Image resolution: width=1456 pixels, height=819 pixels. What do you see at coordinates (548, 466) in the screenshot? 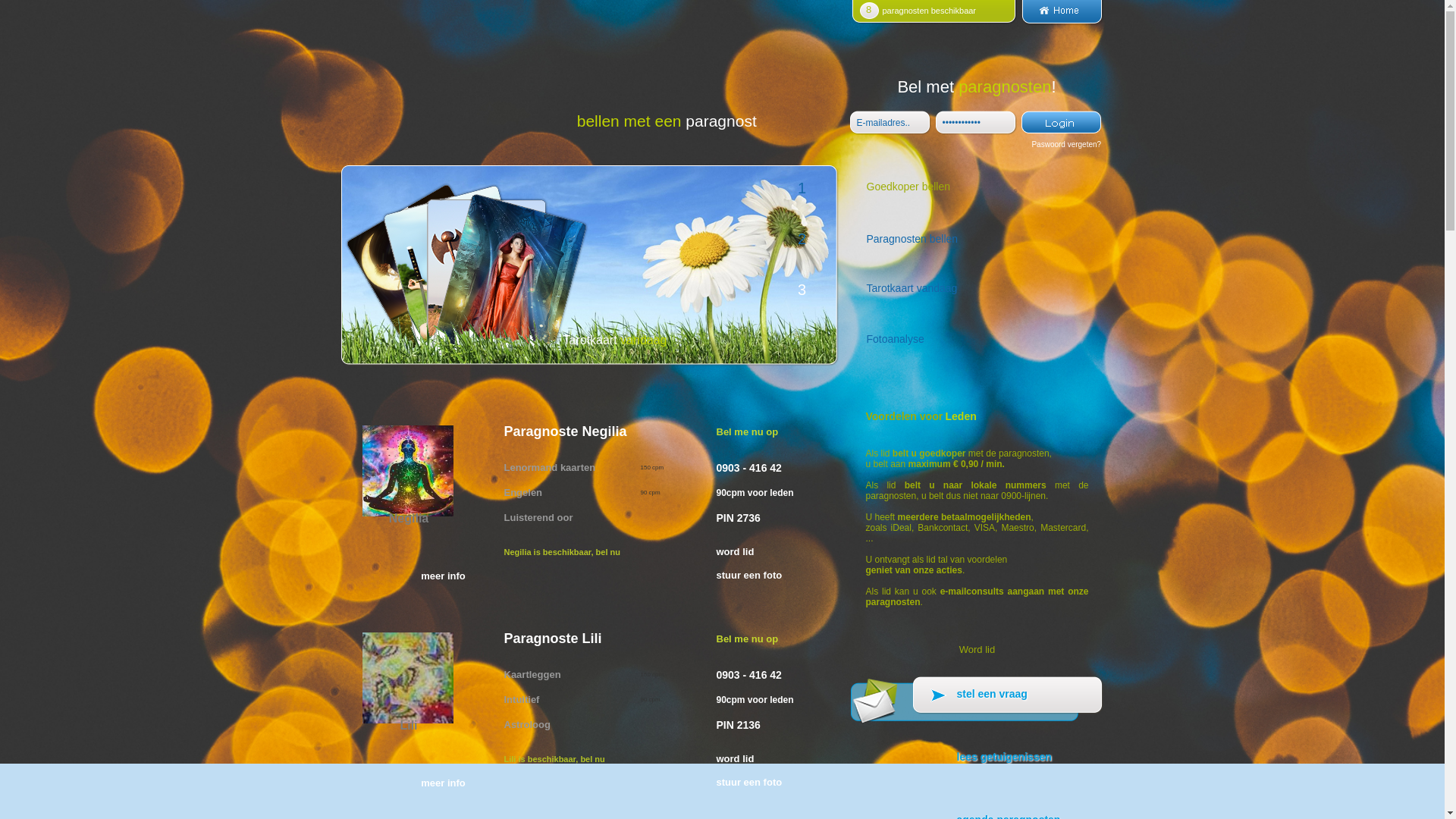
I see `'Lenormand kaarten'` at bounding box center [548, 466].